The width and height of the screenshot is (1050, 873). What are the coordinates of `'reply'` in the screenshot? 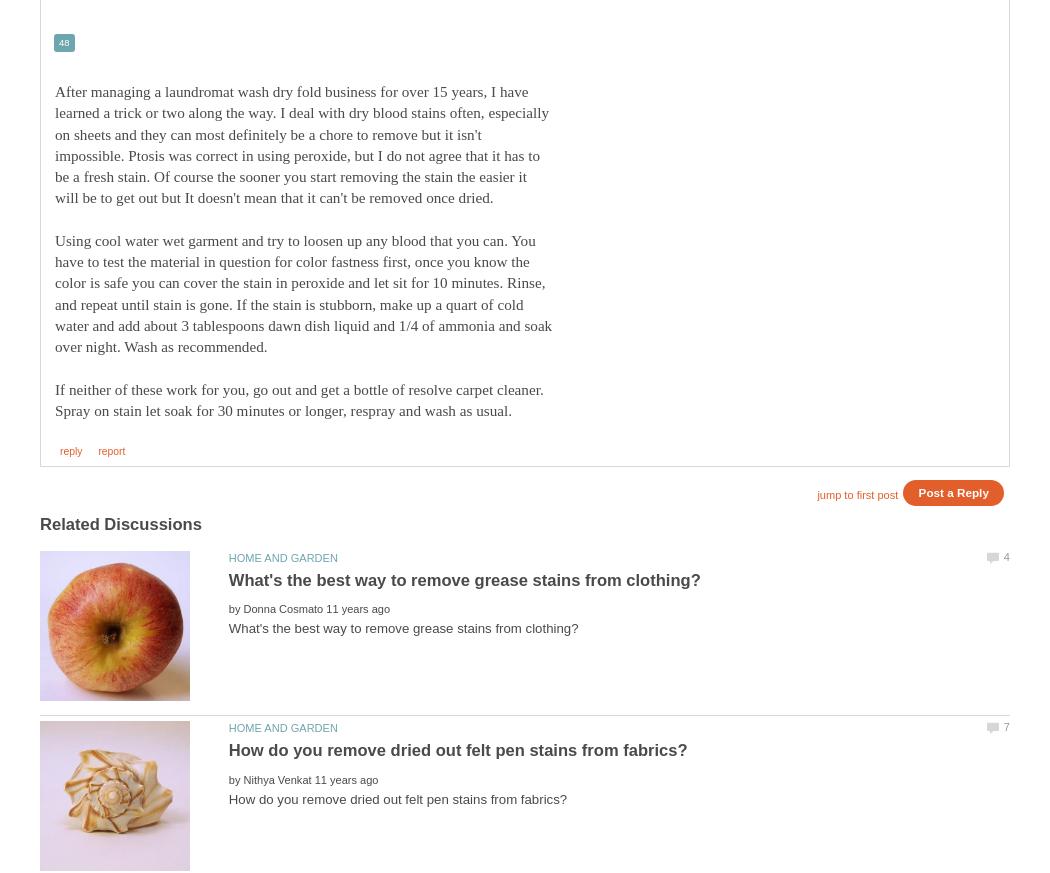 It's located at (69, 451).